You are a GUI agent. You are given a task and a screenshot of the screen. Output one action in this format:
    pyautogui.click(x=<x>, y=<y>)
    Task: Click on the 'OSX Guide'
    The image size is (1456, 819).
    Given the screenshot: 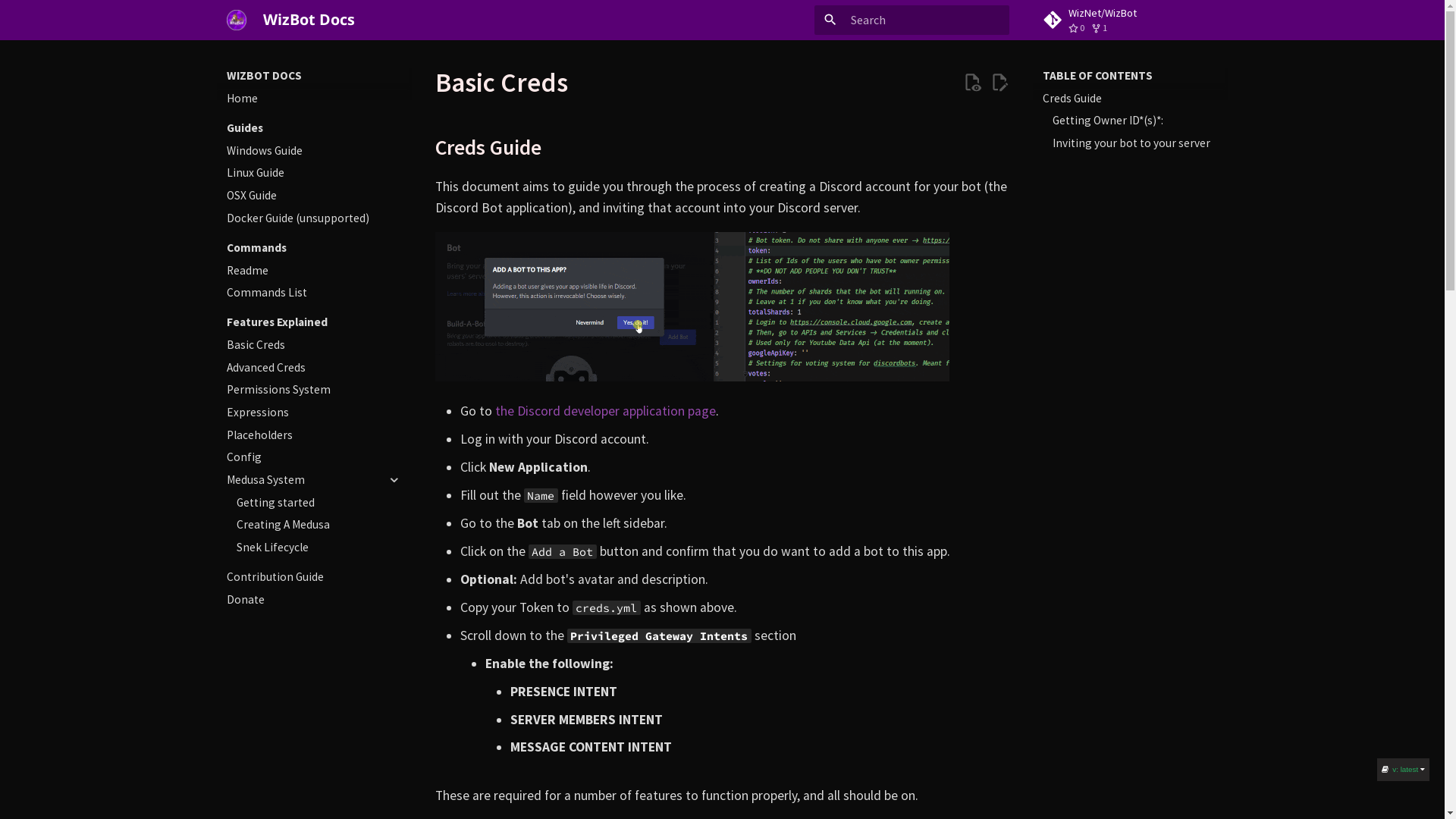 What is the action you would take?
    pyautogui.click(x=225, y=195)
    